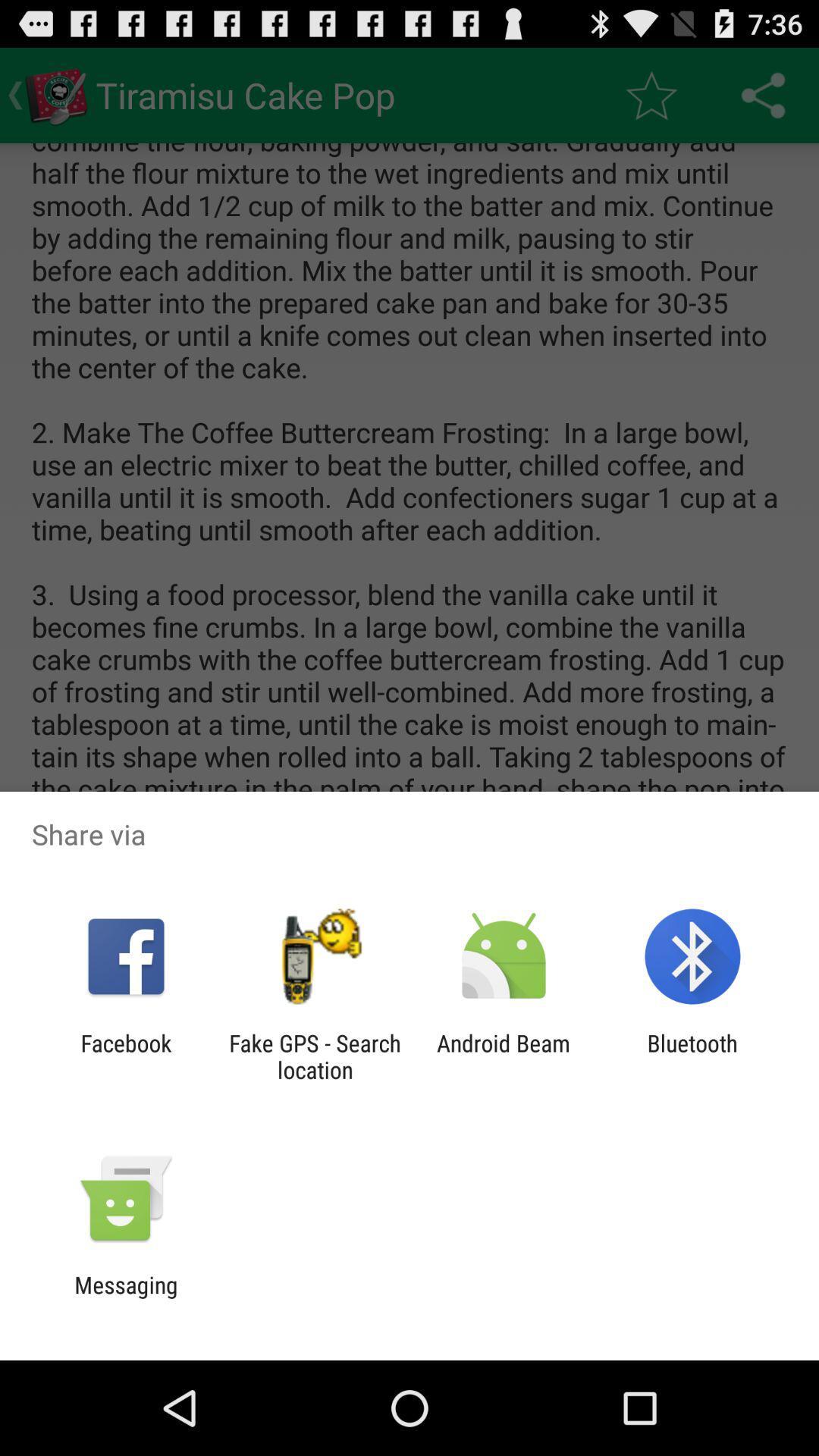 The height and width of the screenshot is (1456, 819). What do you see at coordinates (314, 1056) in the screenshot?
I see `item next to android beam icon` at bounding box center [314, 1056].